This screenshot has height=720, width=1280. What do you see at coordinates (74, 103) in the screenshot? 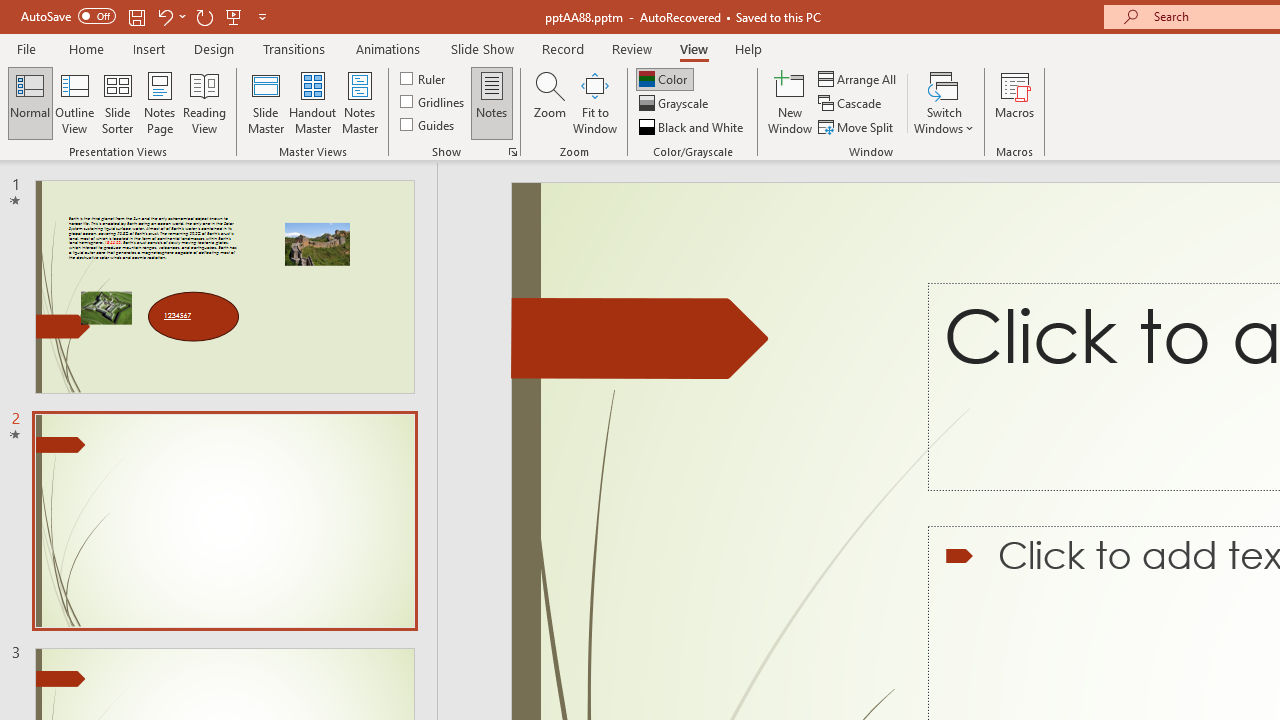
I see `'Outline View'` at bounding box center [74, 103].